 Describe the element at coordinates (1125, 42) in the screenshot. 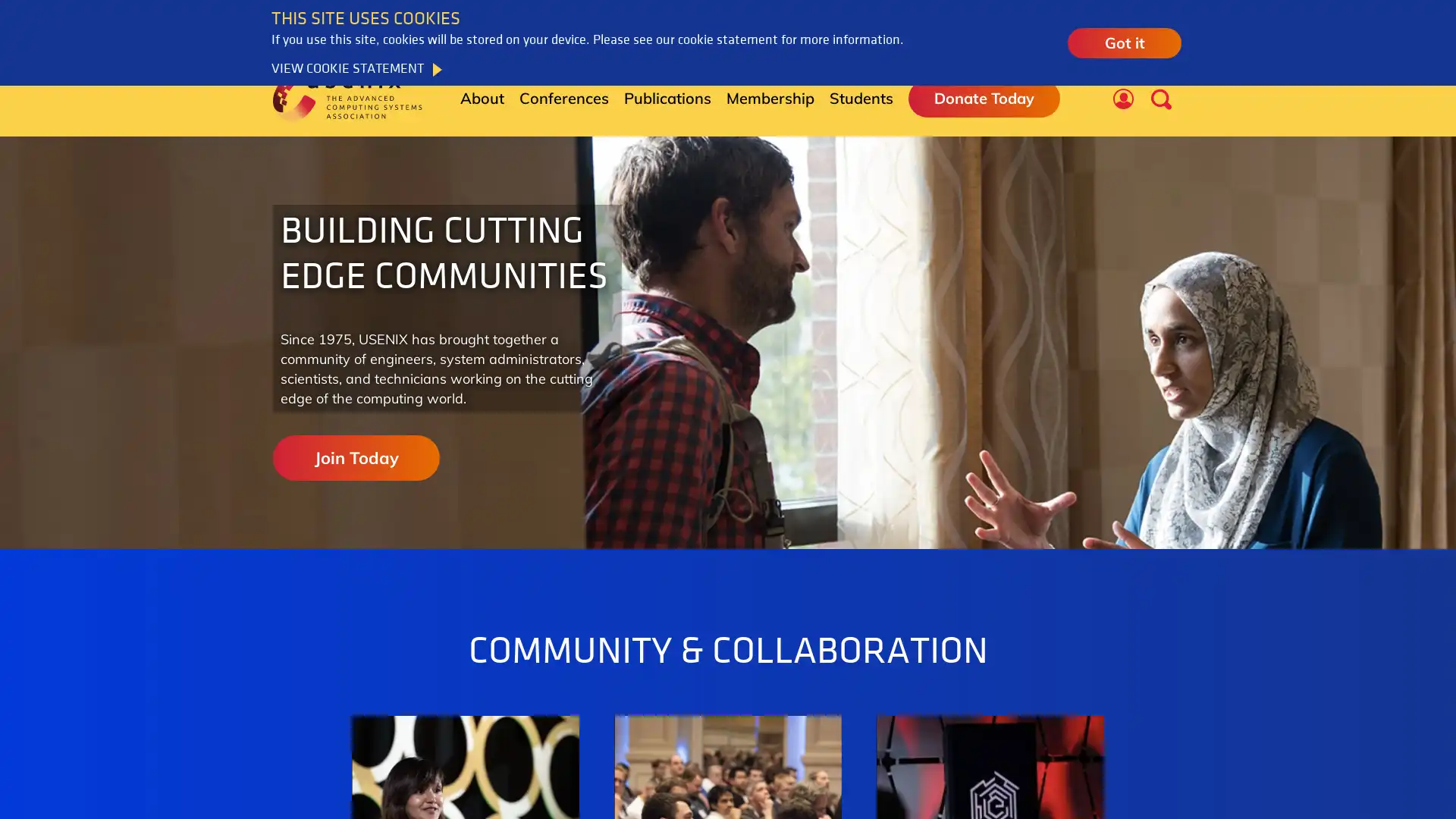

I see `Got it` at that location.